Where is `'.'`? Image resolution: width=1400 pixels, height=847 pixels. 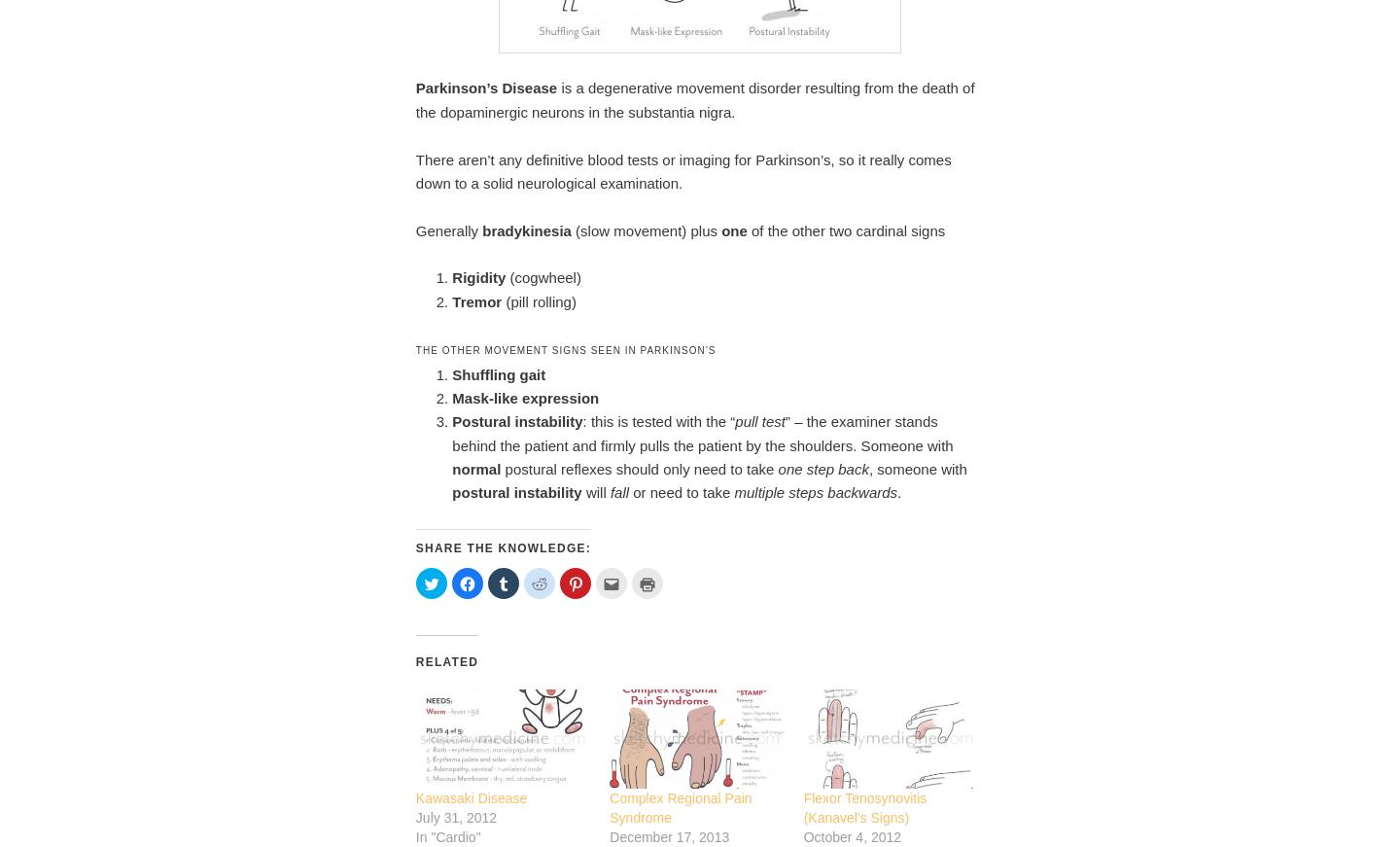
'.' is located at coordinates (899, 492).